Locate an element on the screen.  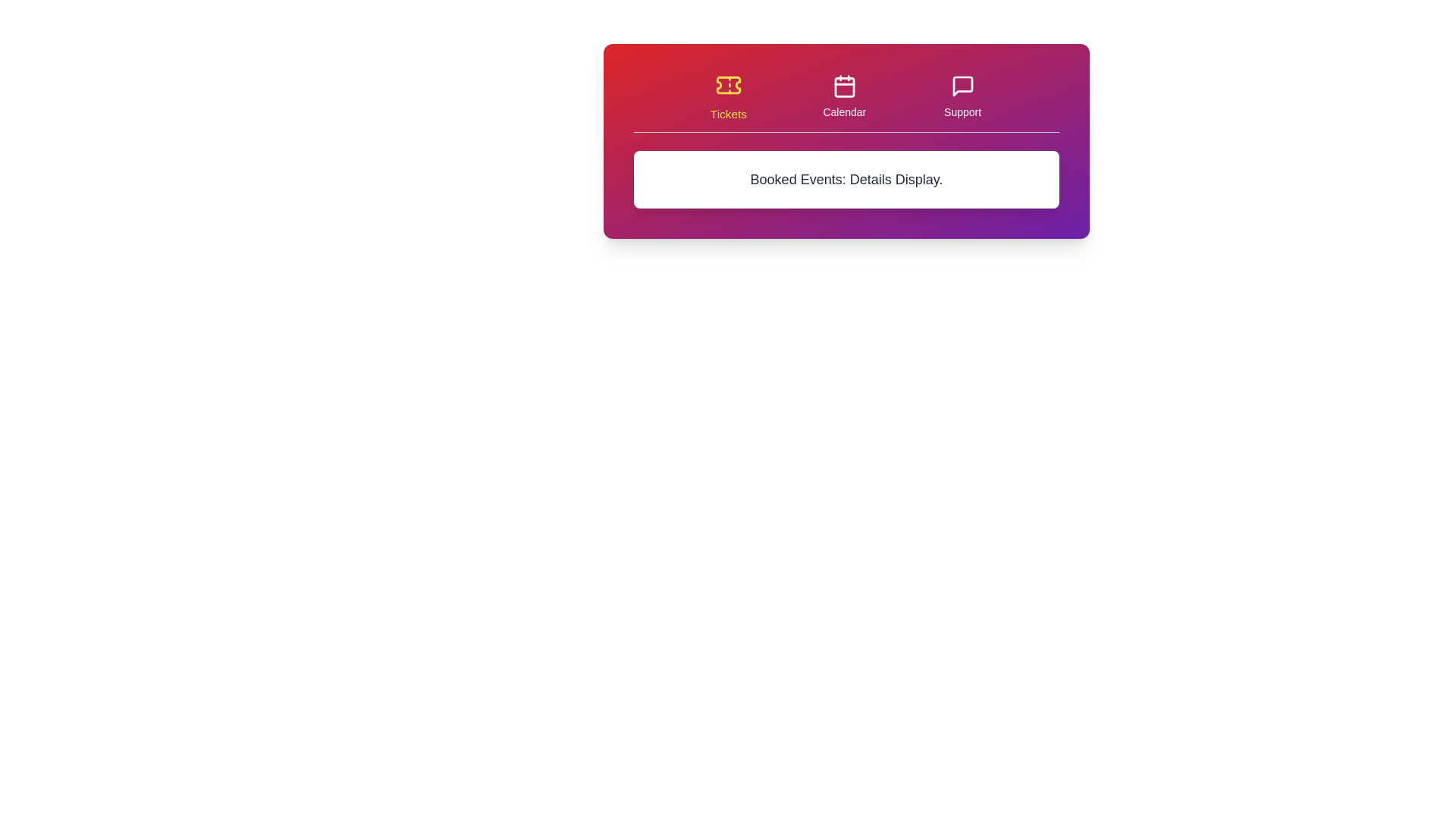
the Calendar tab to switch its content is located at coordinates (843, 96).